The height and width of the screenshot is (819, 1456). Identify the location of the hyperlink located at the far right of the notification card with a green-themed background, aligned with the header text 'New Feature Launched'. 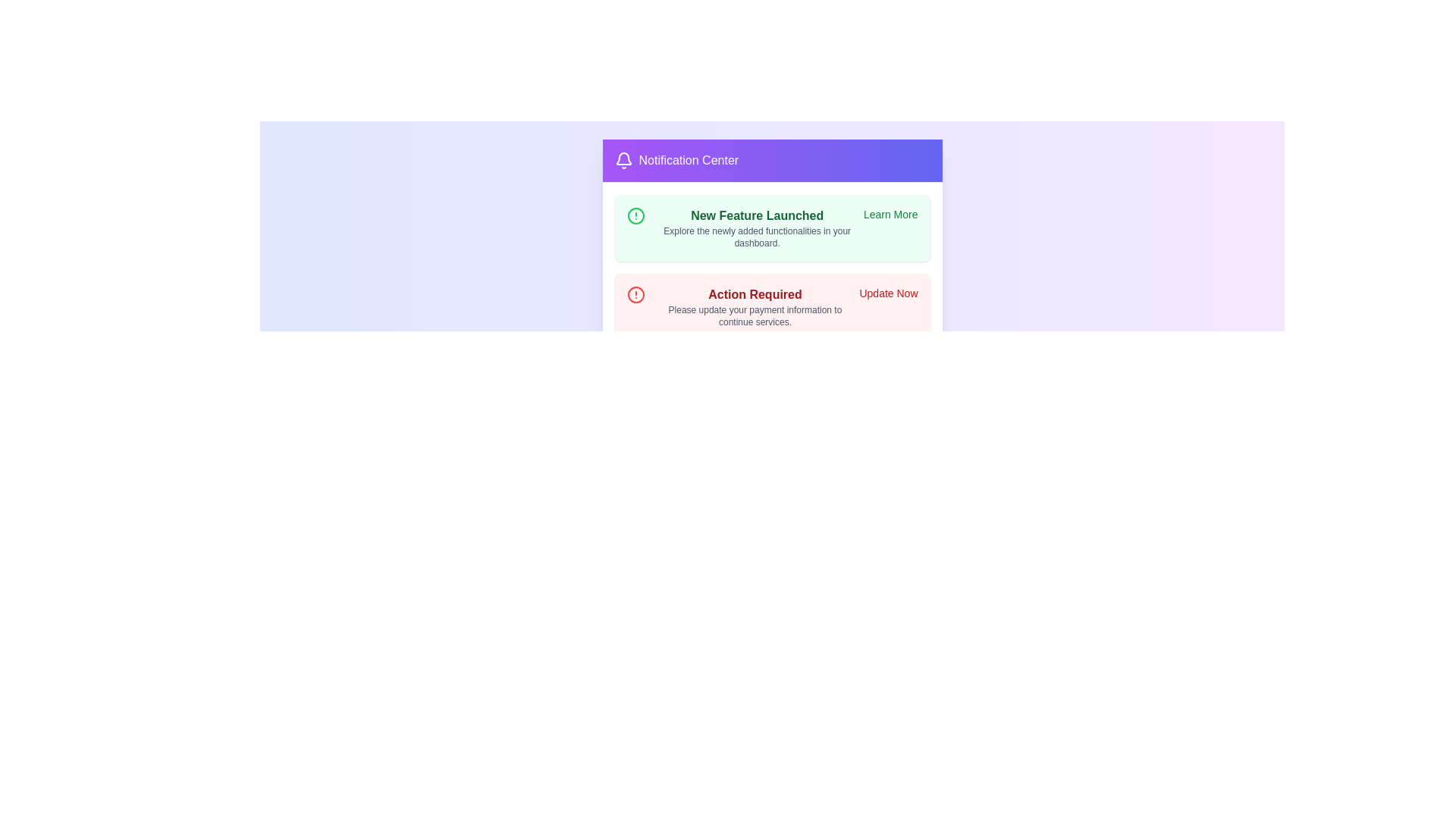
(890, 214).